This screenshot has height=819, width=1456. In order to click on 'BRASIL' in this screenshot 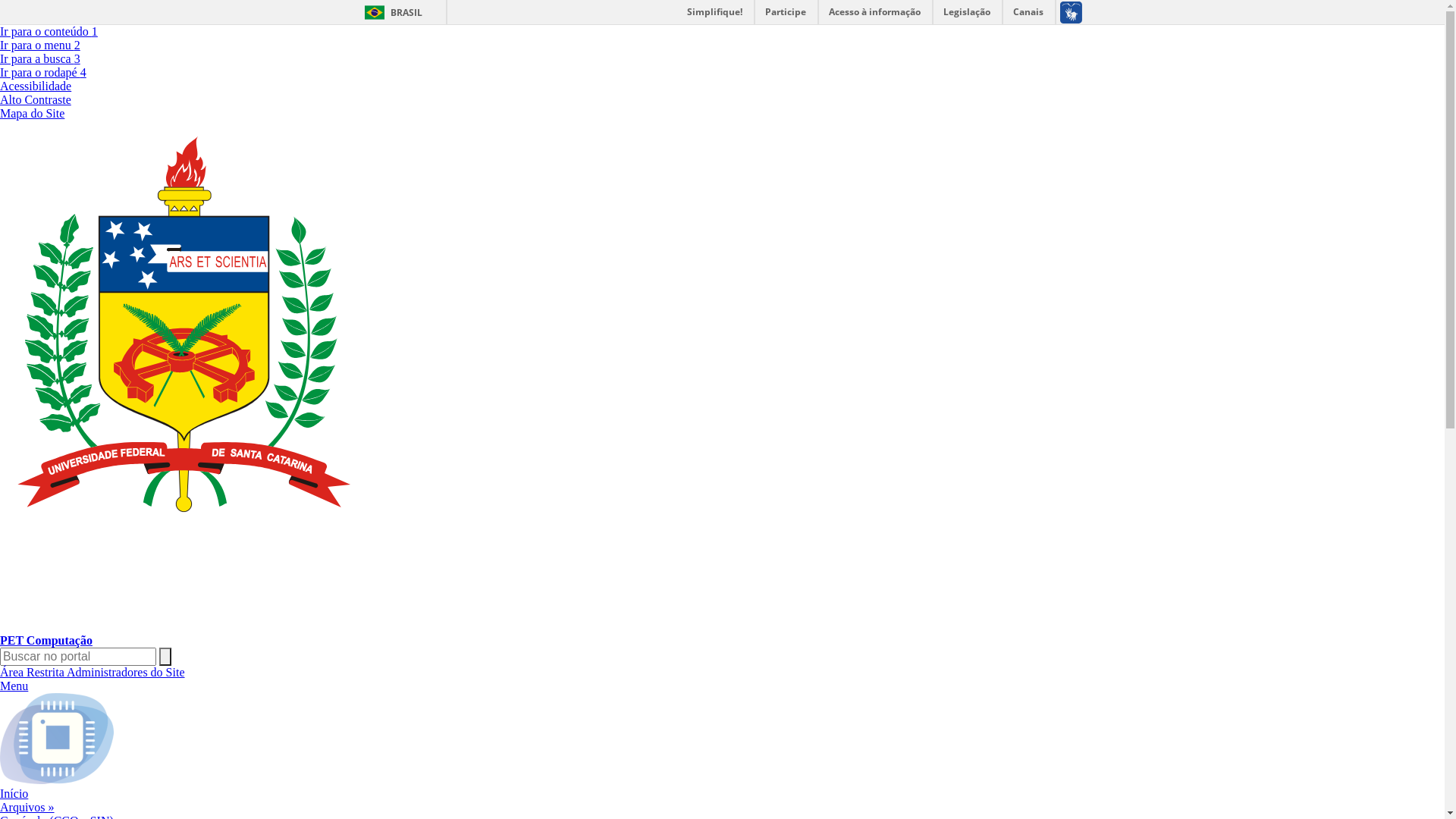, I will do `click(390, 12)`.